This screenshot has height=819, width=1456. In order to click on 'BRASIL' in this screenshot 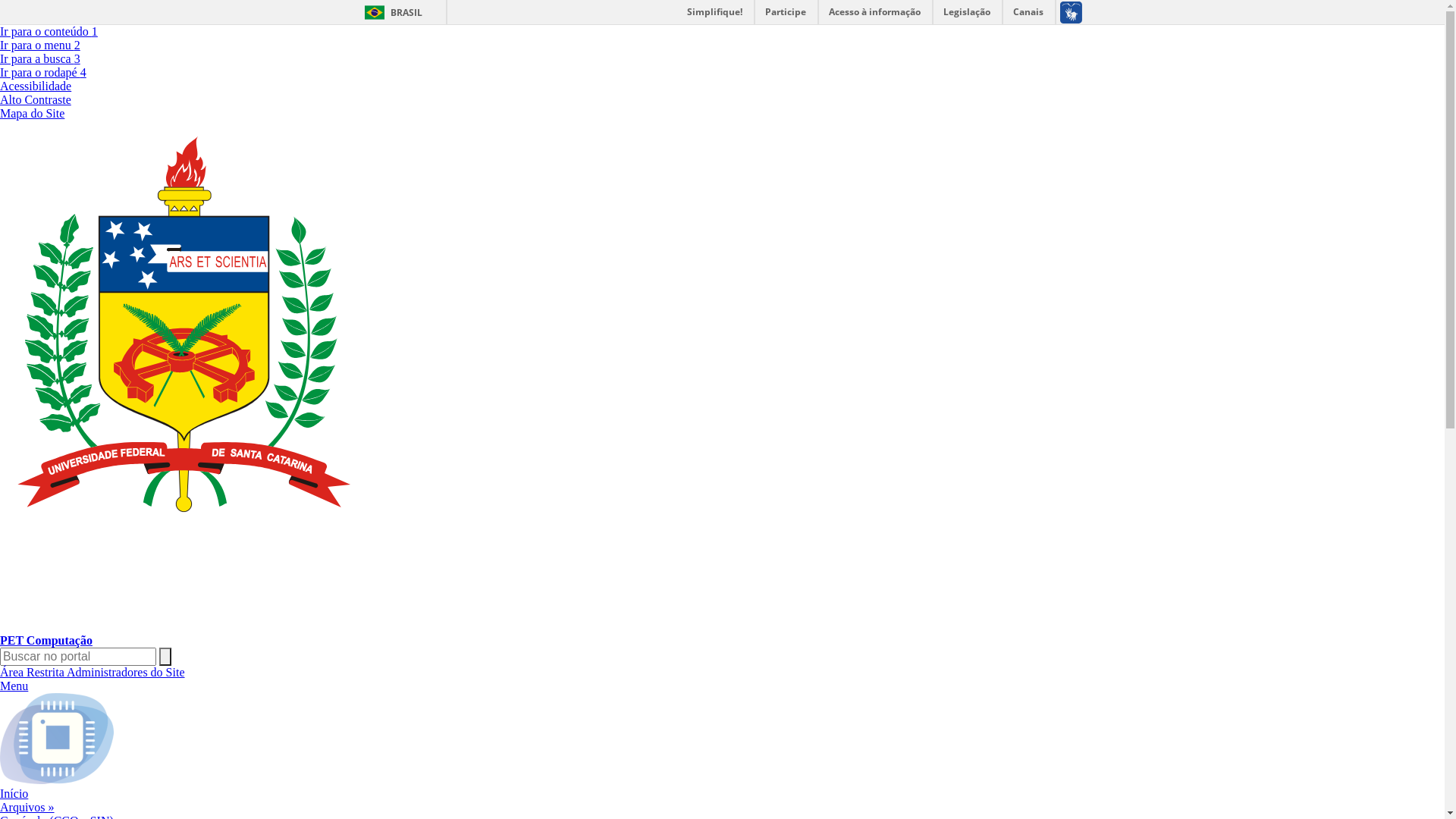, I will do `click(390, 12)`.